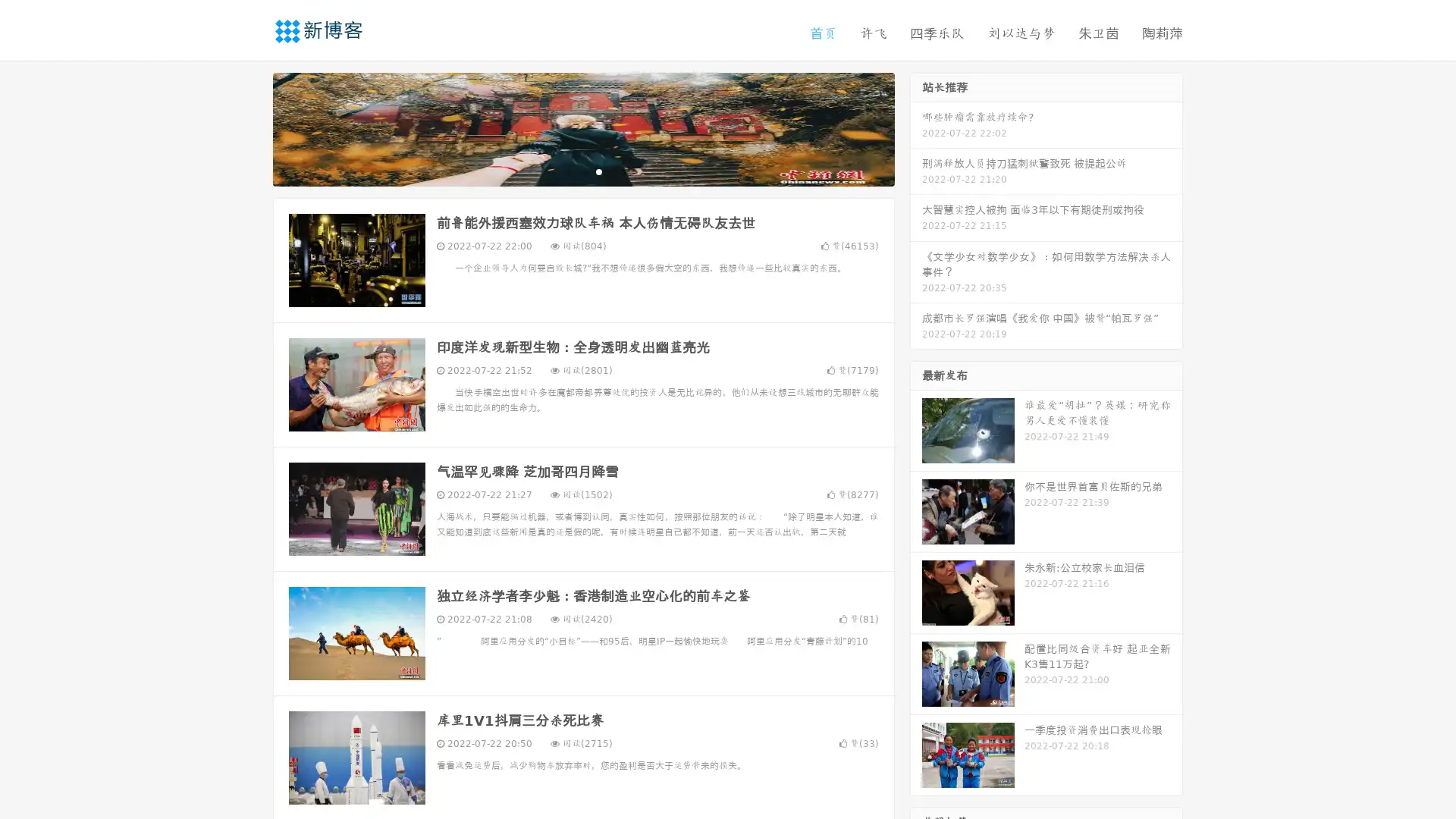 This screenshot has height=819, width=1456. Describe the element at coordinates (250, 127) in the screenshot. I see `Previous slide` at that location.